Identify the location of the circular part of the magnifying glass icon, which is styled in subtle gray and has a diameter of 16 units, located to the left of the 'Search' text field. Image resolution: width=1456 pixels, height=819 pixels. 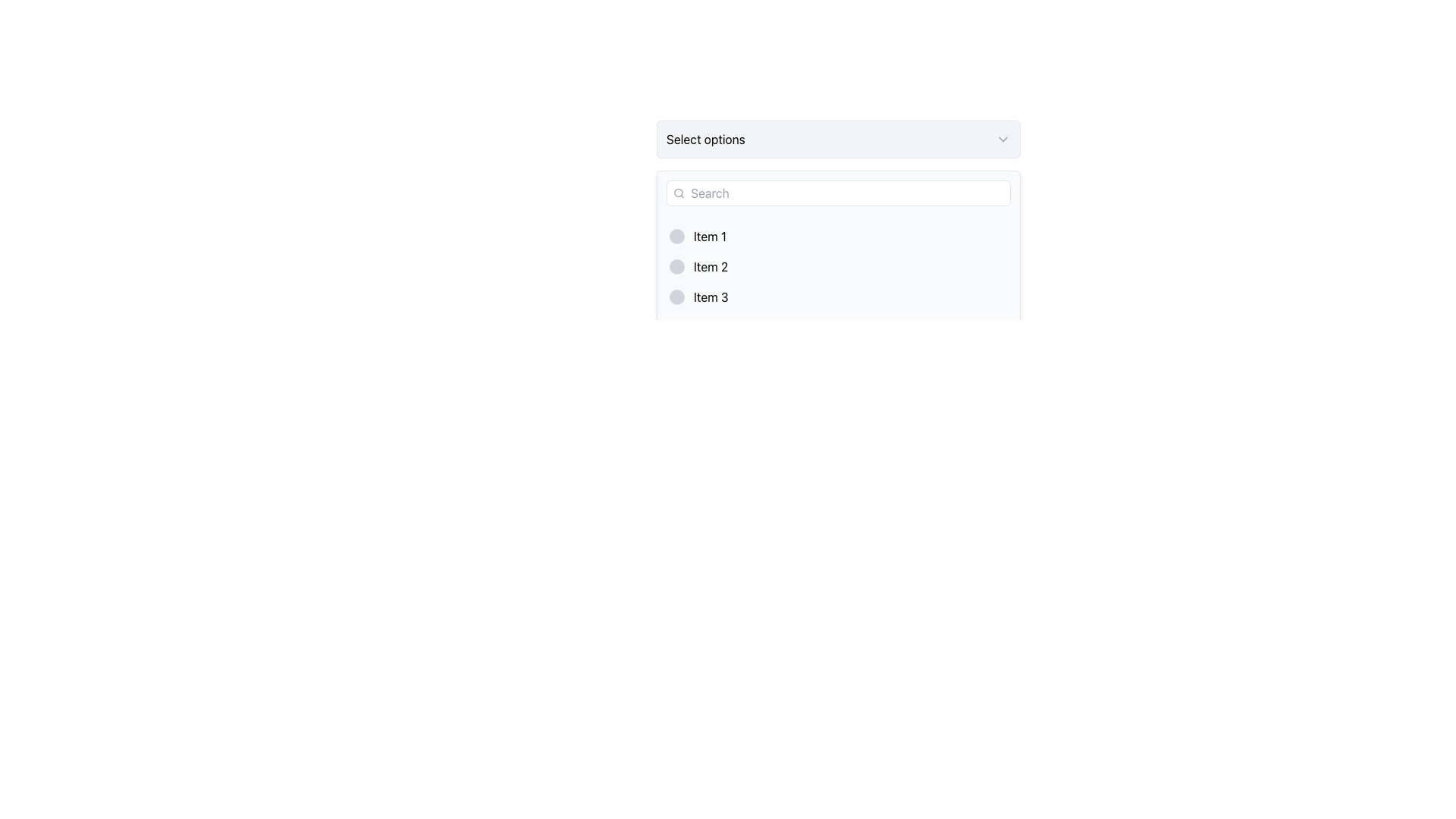
(677, 192).